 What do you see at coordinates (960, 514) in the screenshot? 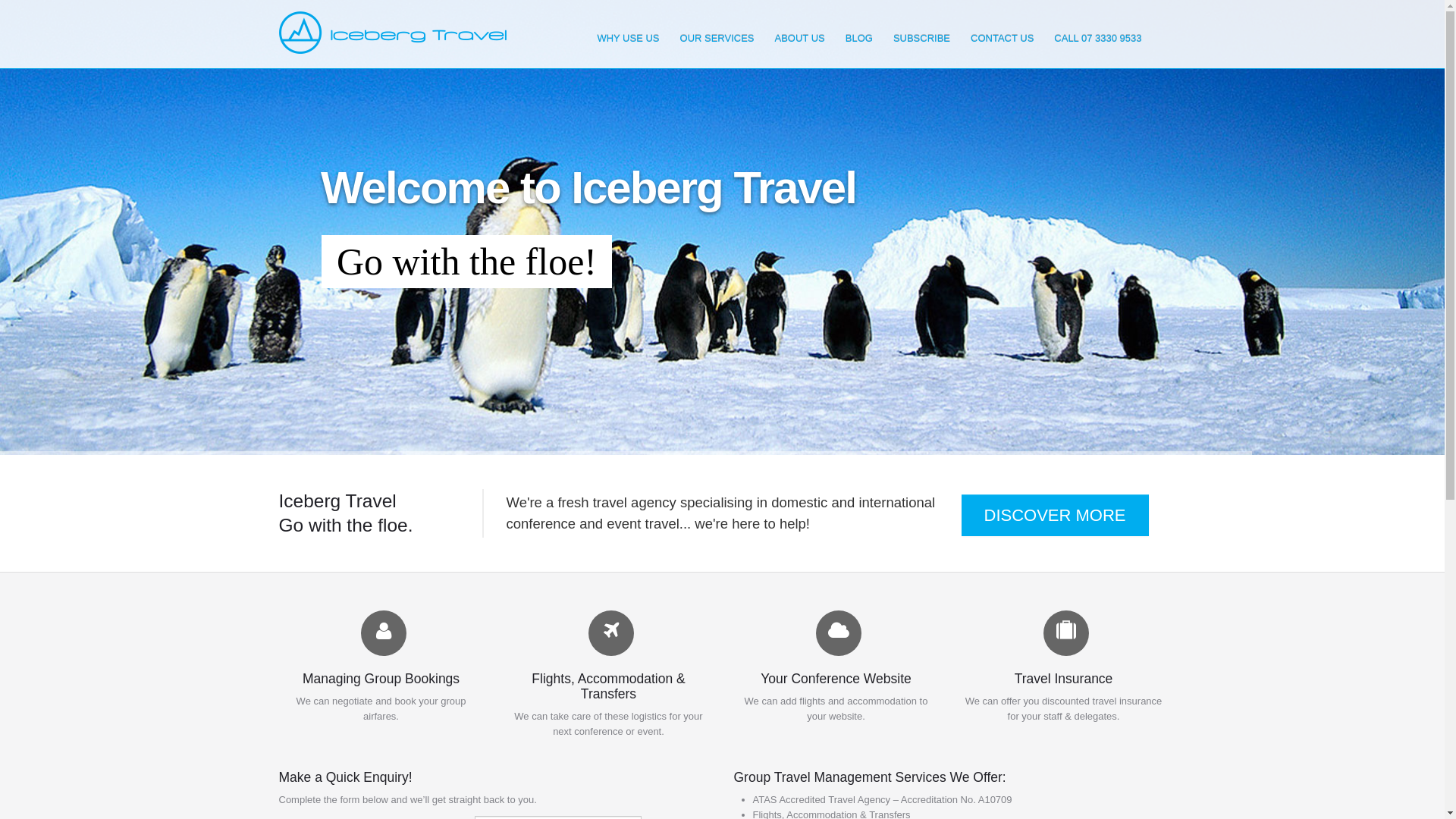
I see `'DISCOVER MORE'` at bounding box center [960, 514].